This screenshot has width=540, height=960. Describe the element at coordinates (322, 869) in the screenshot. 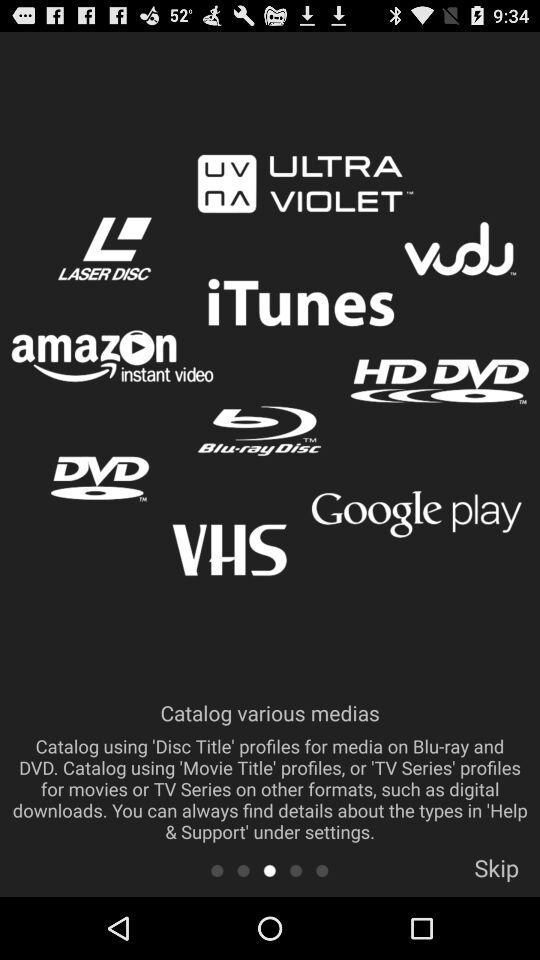

I see `slide 5` at that location.